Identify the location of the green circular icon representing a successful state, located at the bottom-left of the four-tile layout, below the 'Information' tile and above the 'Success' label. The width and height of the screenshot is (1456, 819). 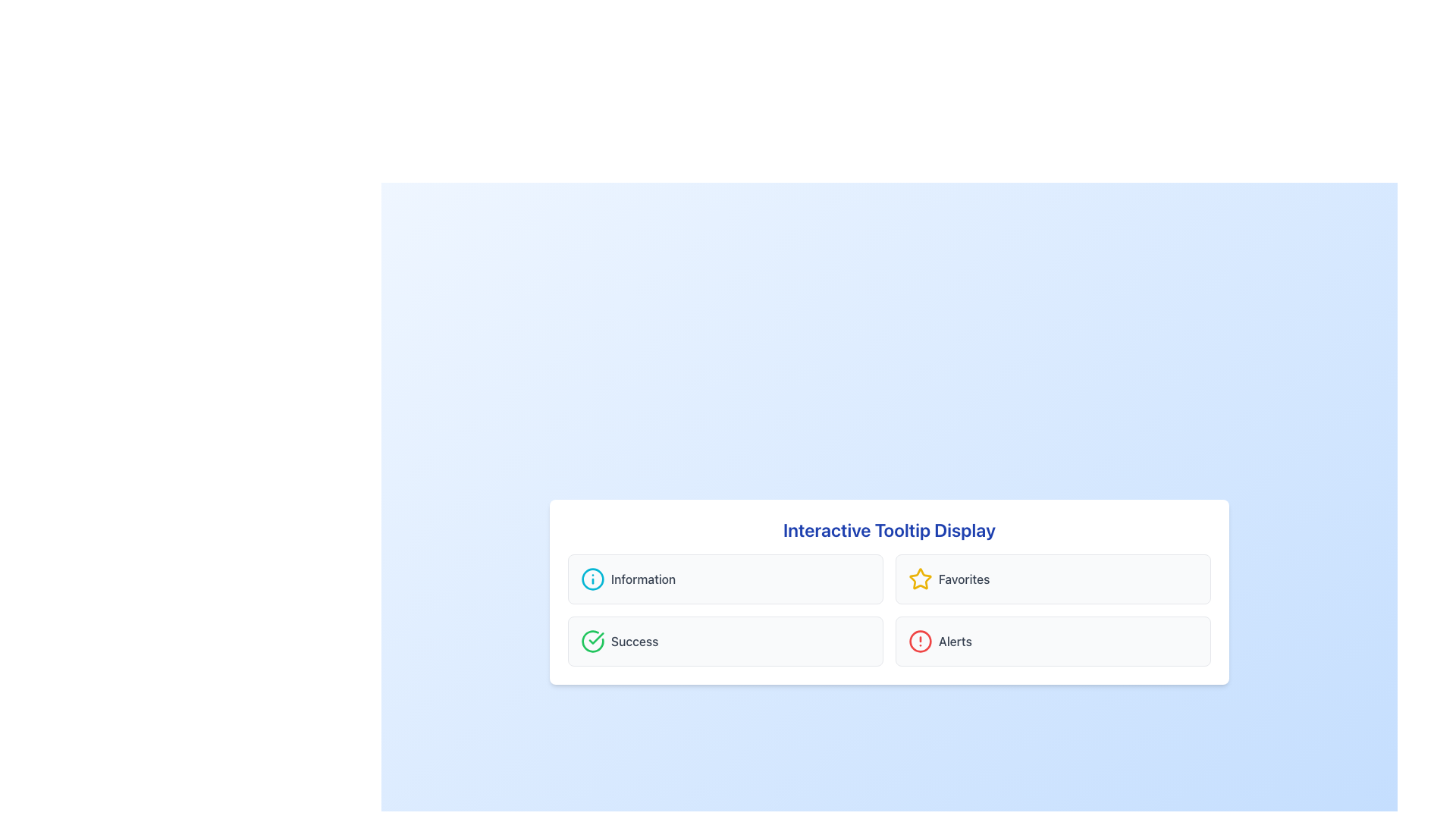
(595, 638).